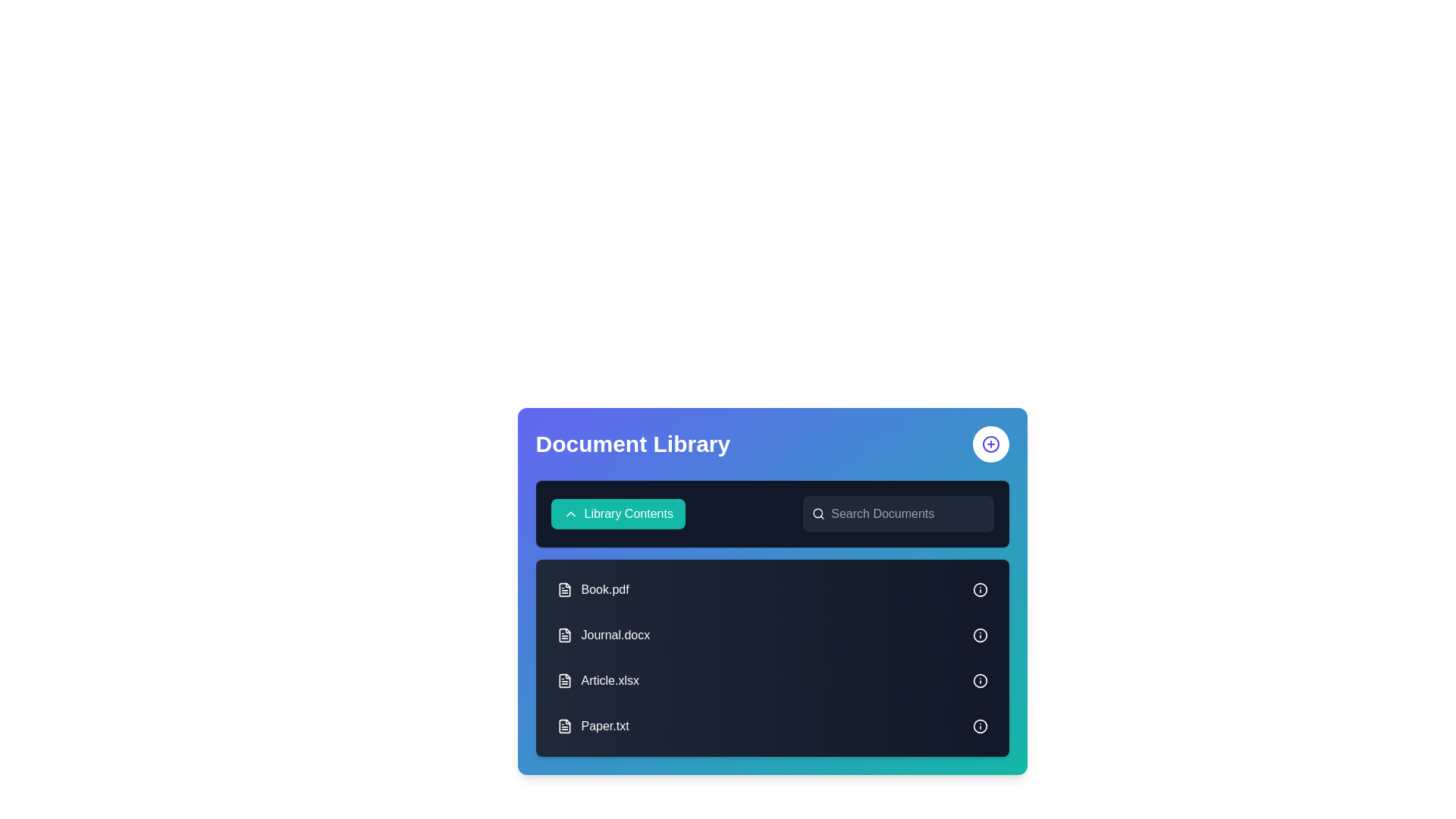 This screenshot has height=819, width=1456. What do you see at coordinates (563, 725) in the screenshot?
I see `the small, file-related icon styled as a document outline with textual lines inside, located to the left of the text 'Paper.txt' in the last row of the list in the 'Document Library' section` at bounding box center [563, 725].